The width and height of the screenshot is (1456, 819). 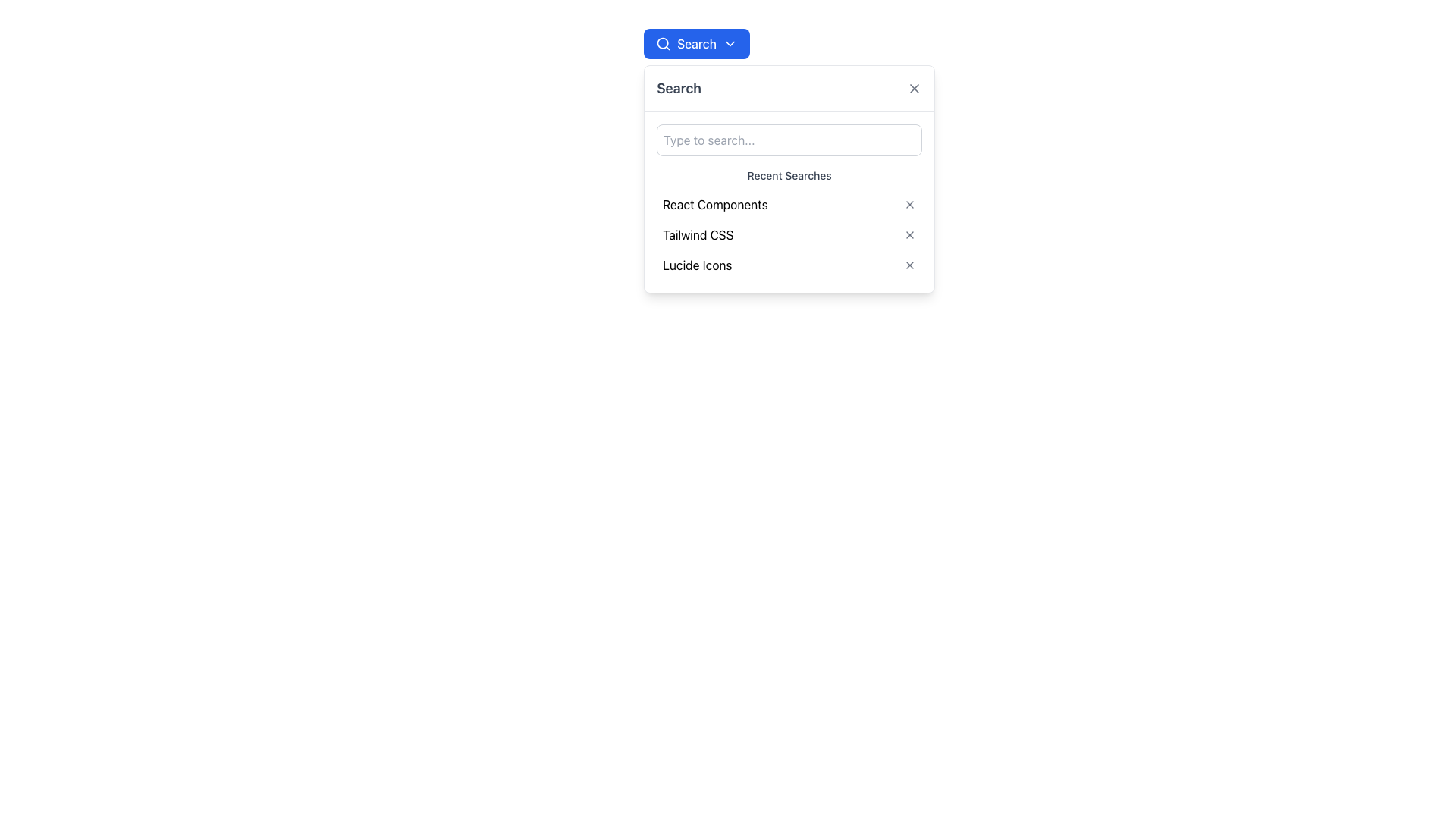 What do you see at coordinates (663, 42) in the screenshot?
I see `the 'Search' button located at the top-left corner of the interface, which contains a circular icon representing a magnifying glass` at bounding box center [663, 42].